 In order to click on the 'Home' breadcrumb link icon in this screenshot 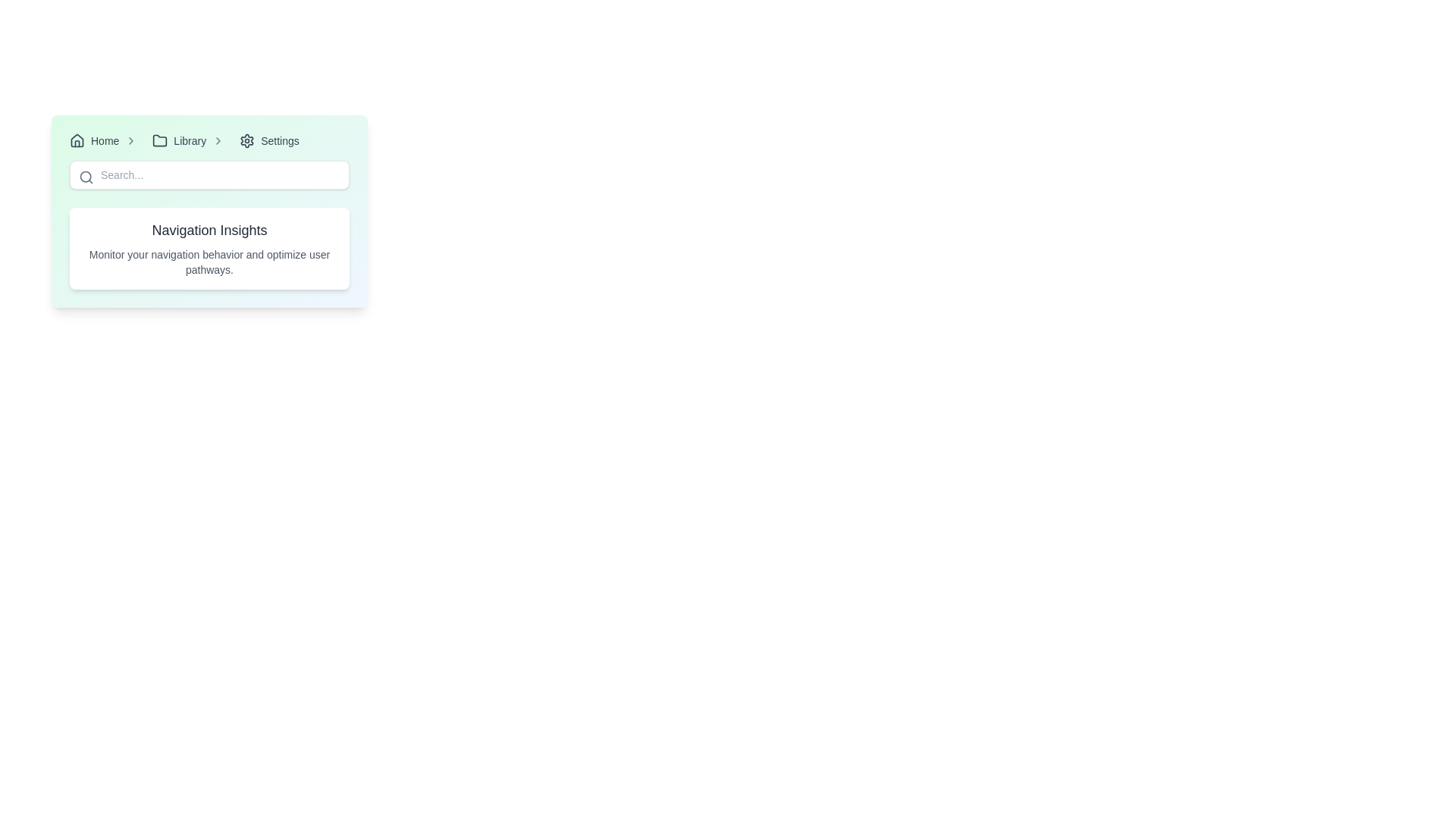, I will do `click(76, 140)`.